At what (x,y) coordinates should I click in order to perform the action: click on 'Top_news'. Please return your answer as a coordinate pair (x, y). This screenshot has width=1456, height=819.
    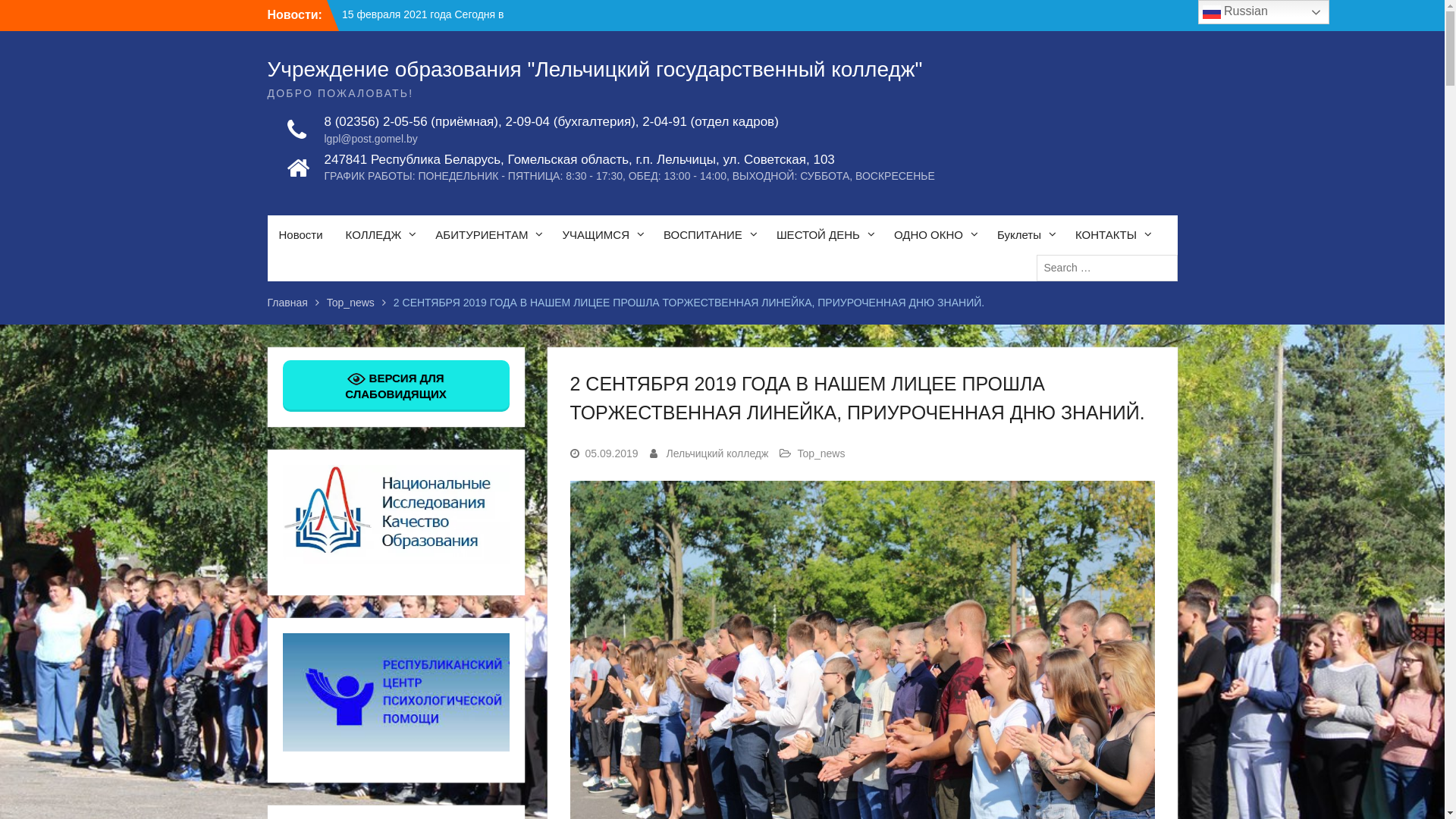
    Looking at the image, I should click on (350, 302).